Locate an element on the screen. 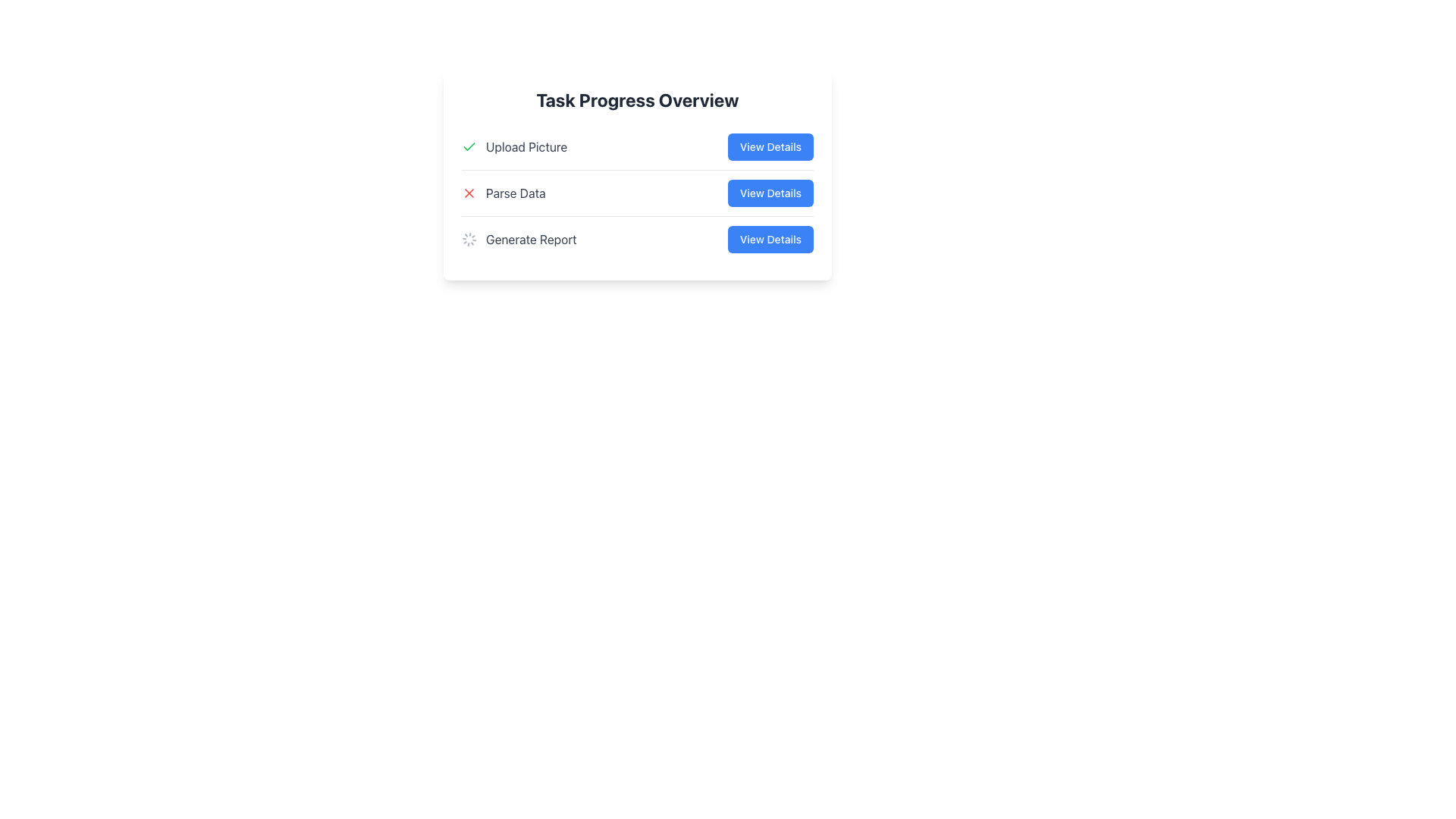 This screenshot has height=819, width=1456. the button located at the right end of the third row, adjacent to the 'Generate Report' text is located at coordinates (770, 239).